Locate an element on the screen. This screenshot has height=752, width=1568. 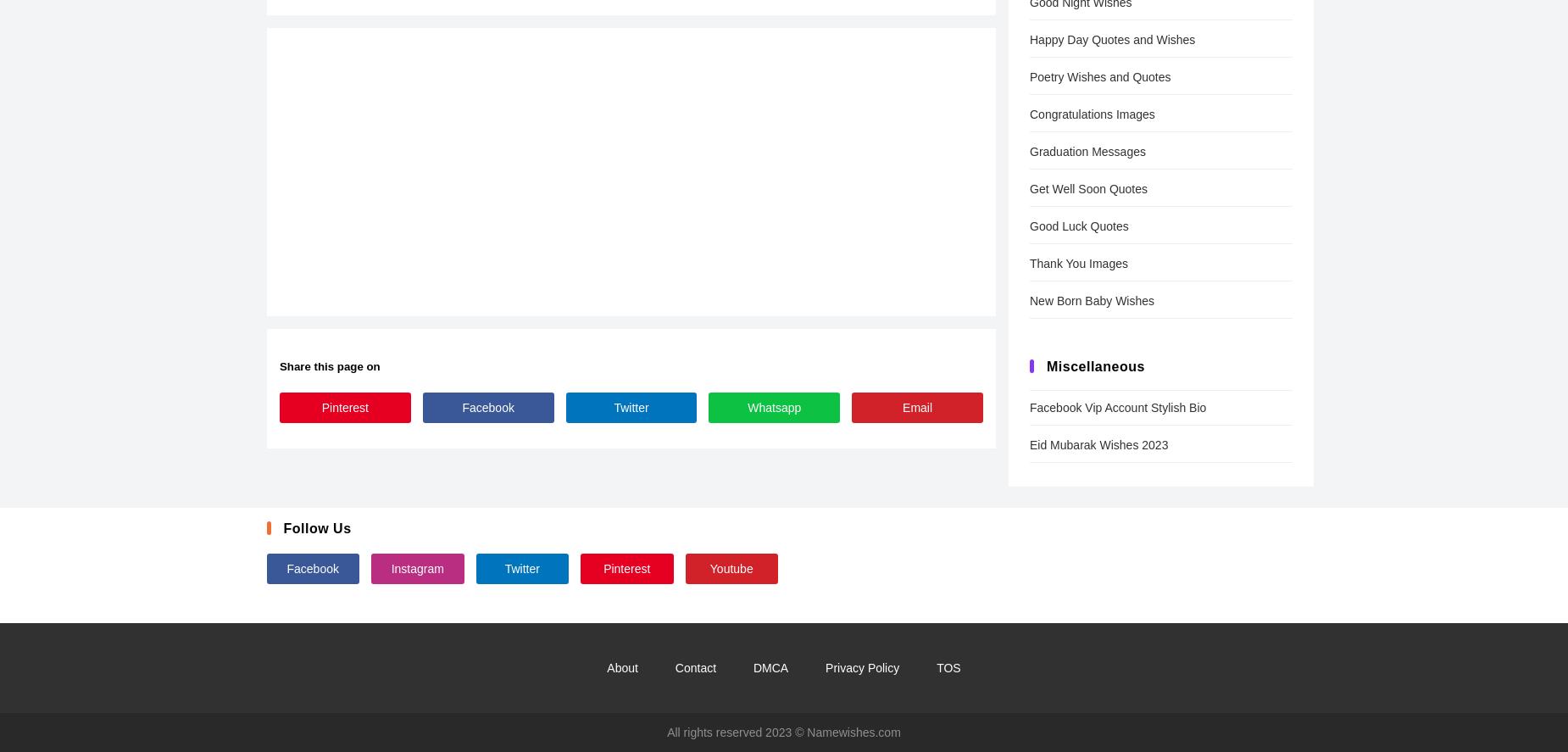
'TOS' is located at coordinates (948, 667).